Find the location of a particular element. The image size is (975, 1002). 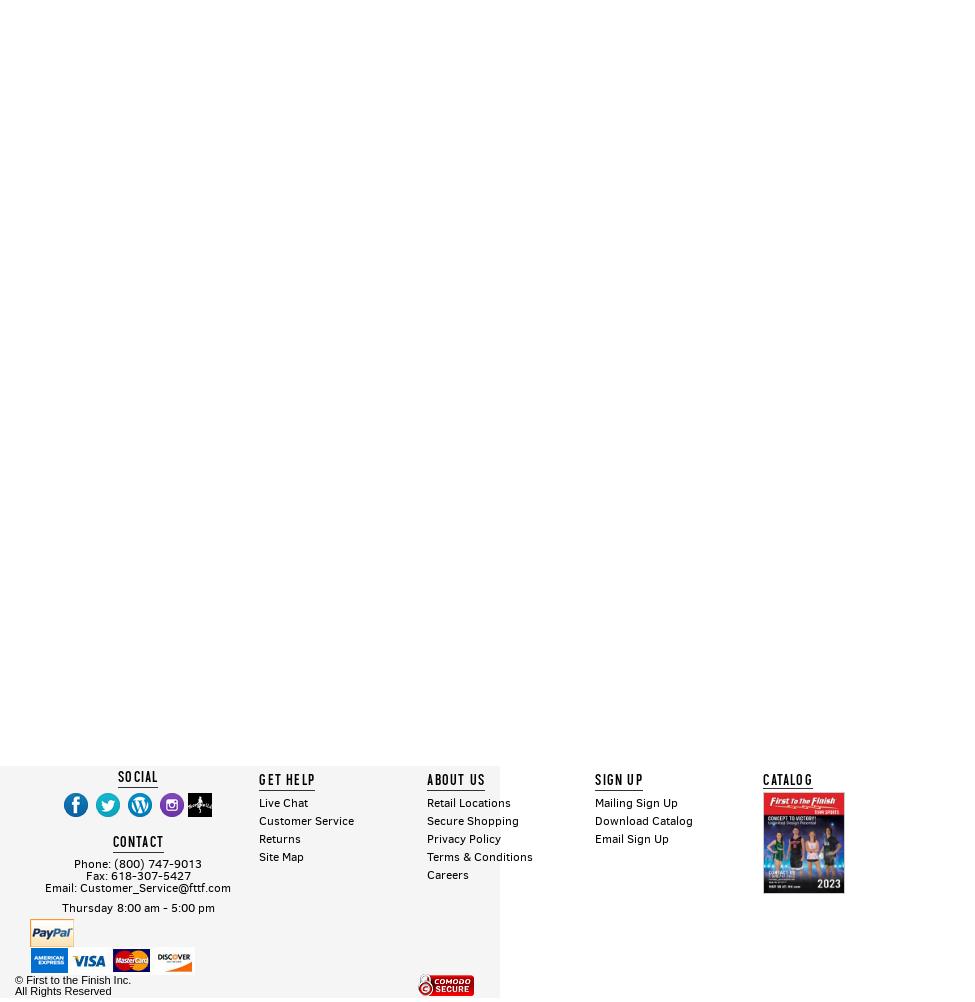

'Privacy Policy' is located at coordinates (426, 838).